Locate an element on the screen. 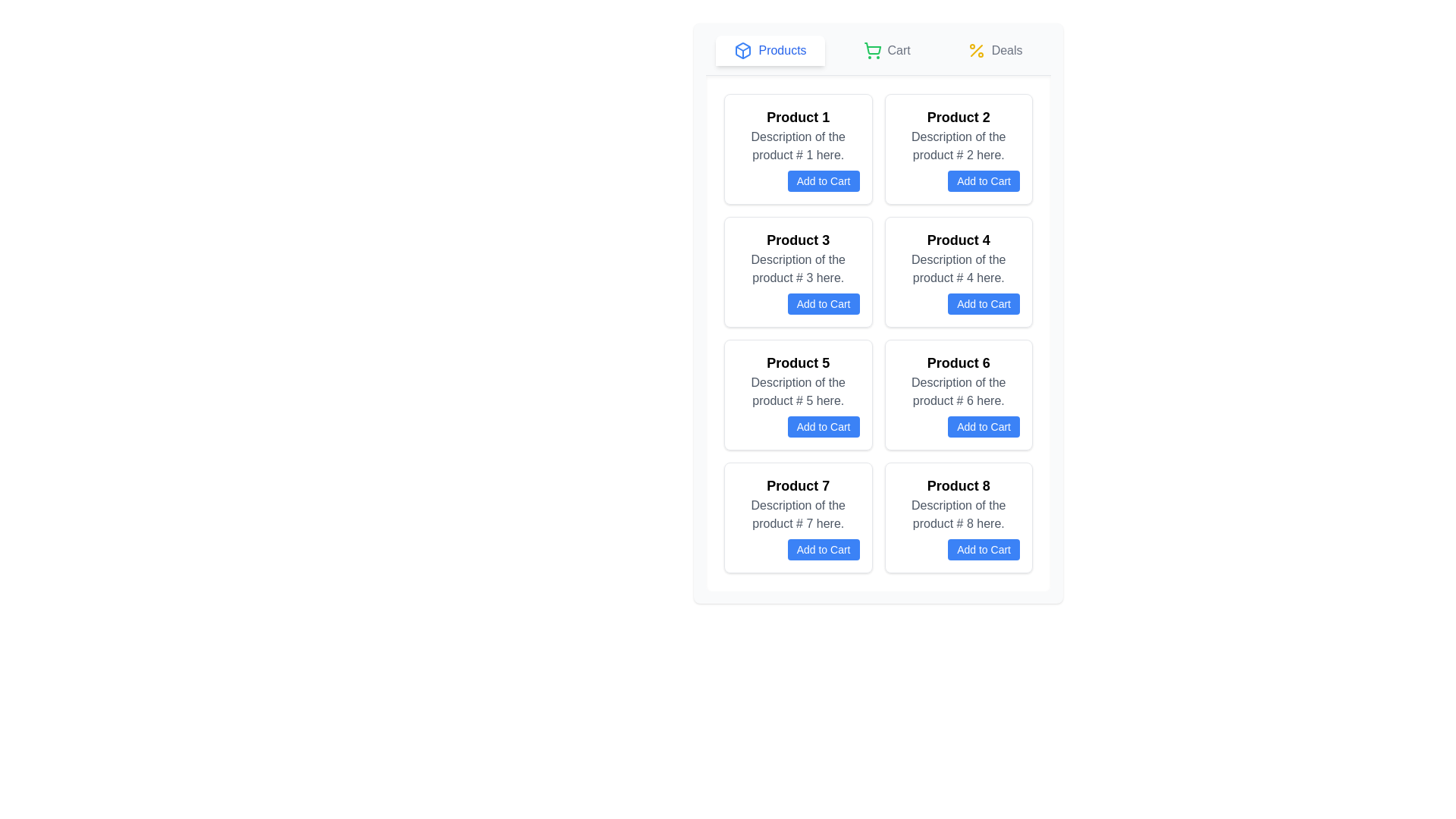 The image size is (1456, 819). the 'Products' Navigation Tab, which is the first tab in the horizontal navigation bar is located at coordinates (770, 49).